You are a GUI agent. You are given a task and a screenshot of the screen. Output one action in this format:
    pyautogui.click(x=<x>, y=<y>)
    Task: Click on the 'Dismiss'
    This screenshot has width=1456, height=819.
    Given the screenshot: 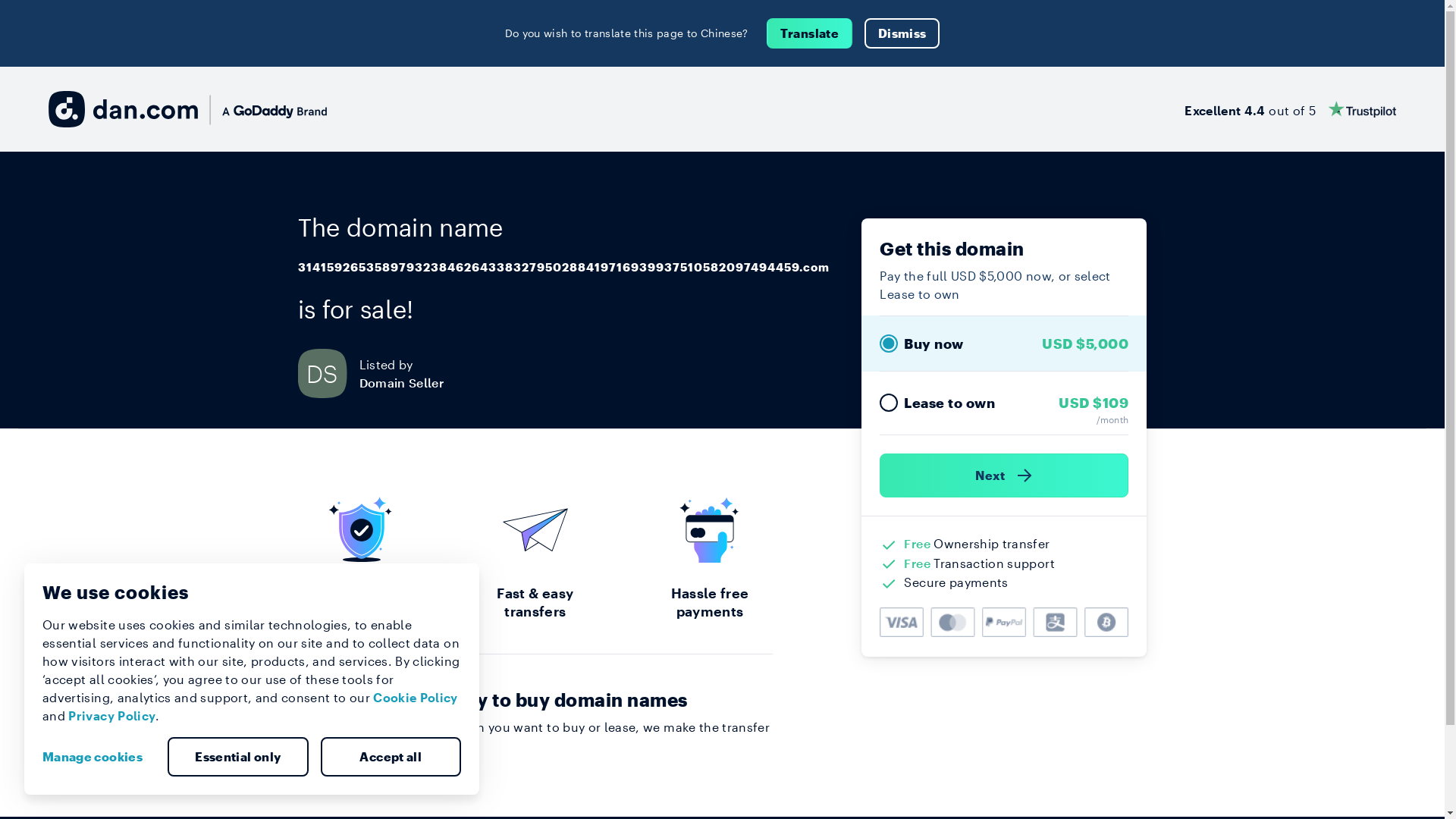 What is the action you would take?
    pyautogui.click(x=902, y=33)
    